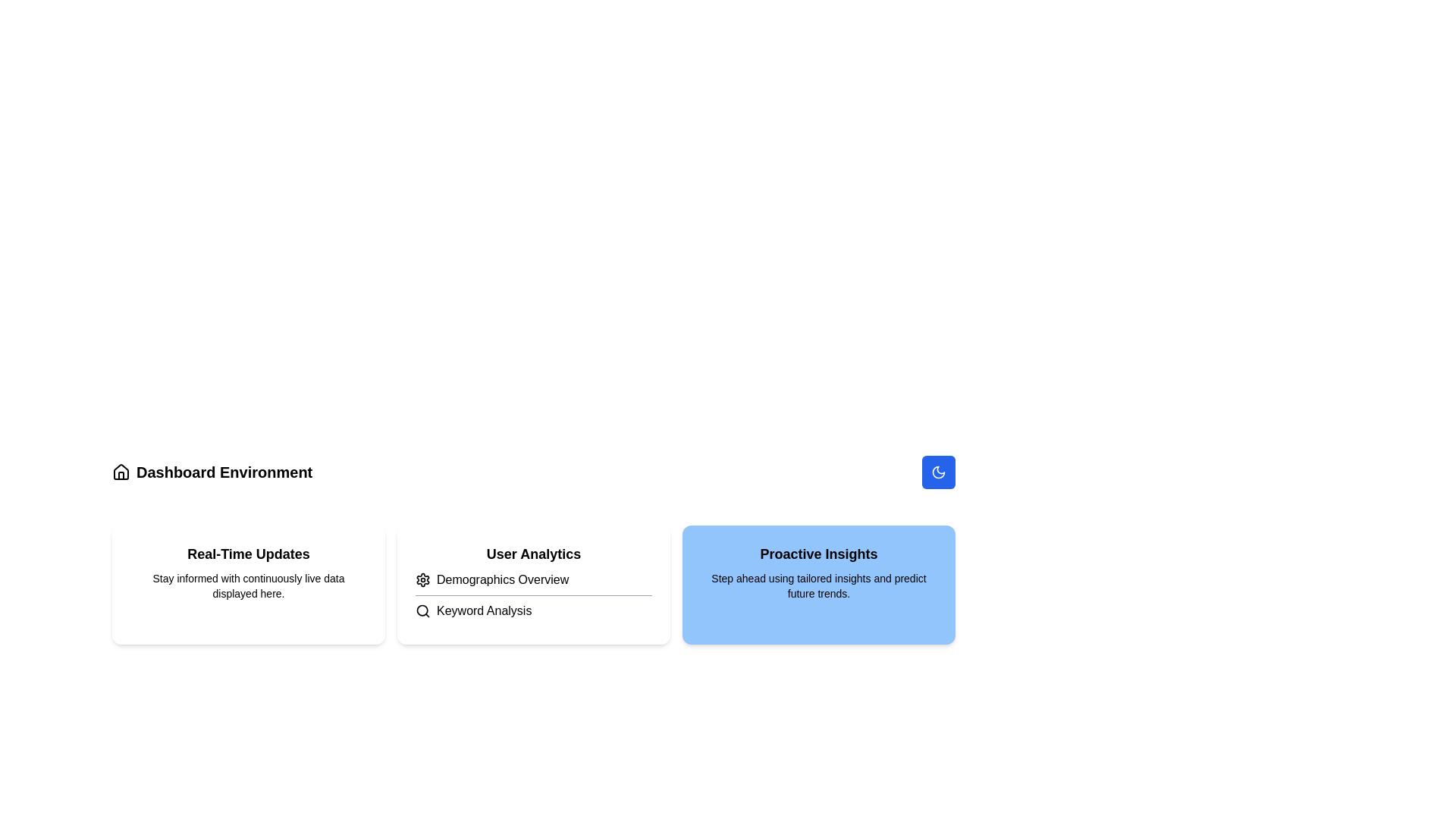 Image resolution: width=1456 pixels, height=819 pixels. Describe the element at coordinates (422, 579) in the screenshot. I see `the gear icon in the top-right section of the 'User Analytics' card` at that location.